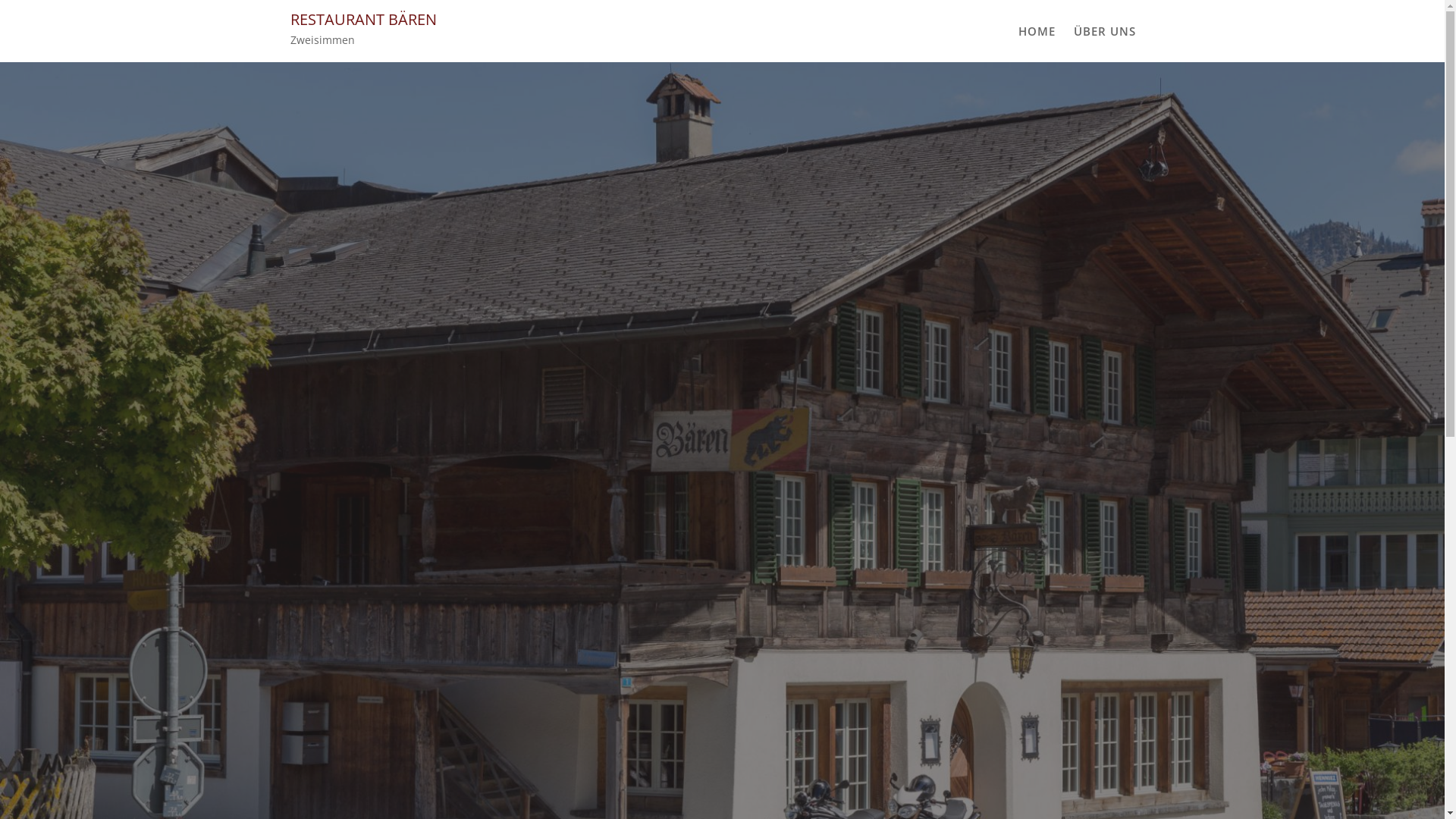 This screenshot has width=1456, height=819. Describe the element at coordinates (1035, 31) in the screenshot. I see `'HOME'` at that location.